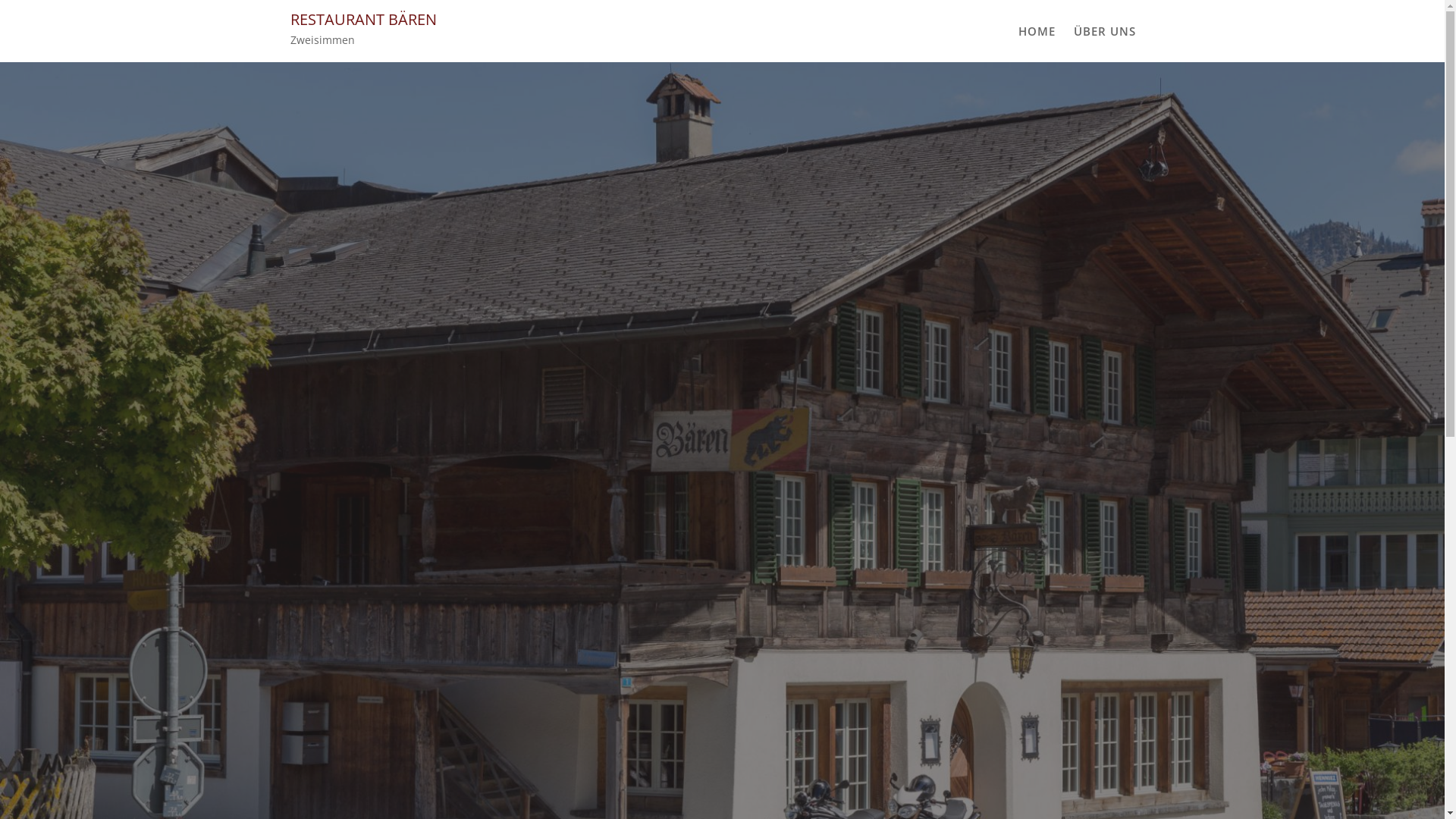 This screenshot has width=1456, height=819. Describe the element at coordinates (1035, 31) in the screenshot. I see `'HOME'` at that location.